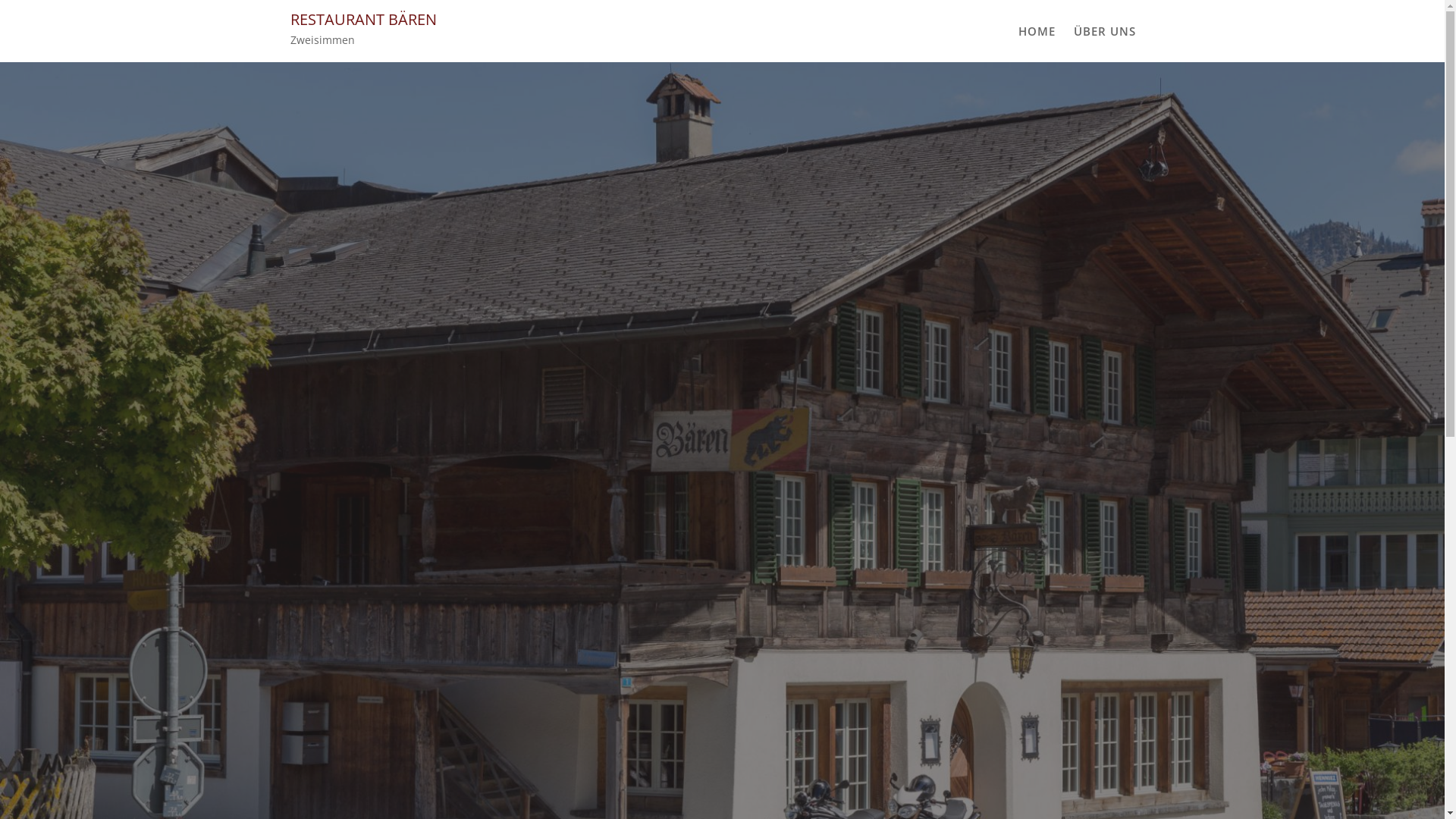 This screenshot has width=1456, height=819. Describe the element at coordinates (1035, 31) in the screenshot. I see `'HOME'` at that location.